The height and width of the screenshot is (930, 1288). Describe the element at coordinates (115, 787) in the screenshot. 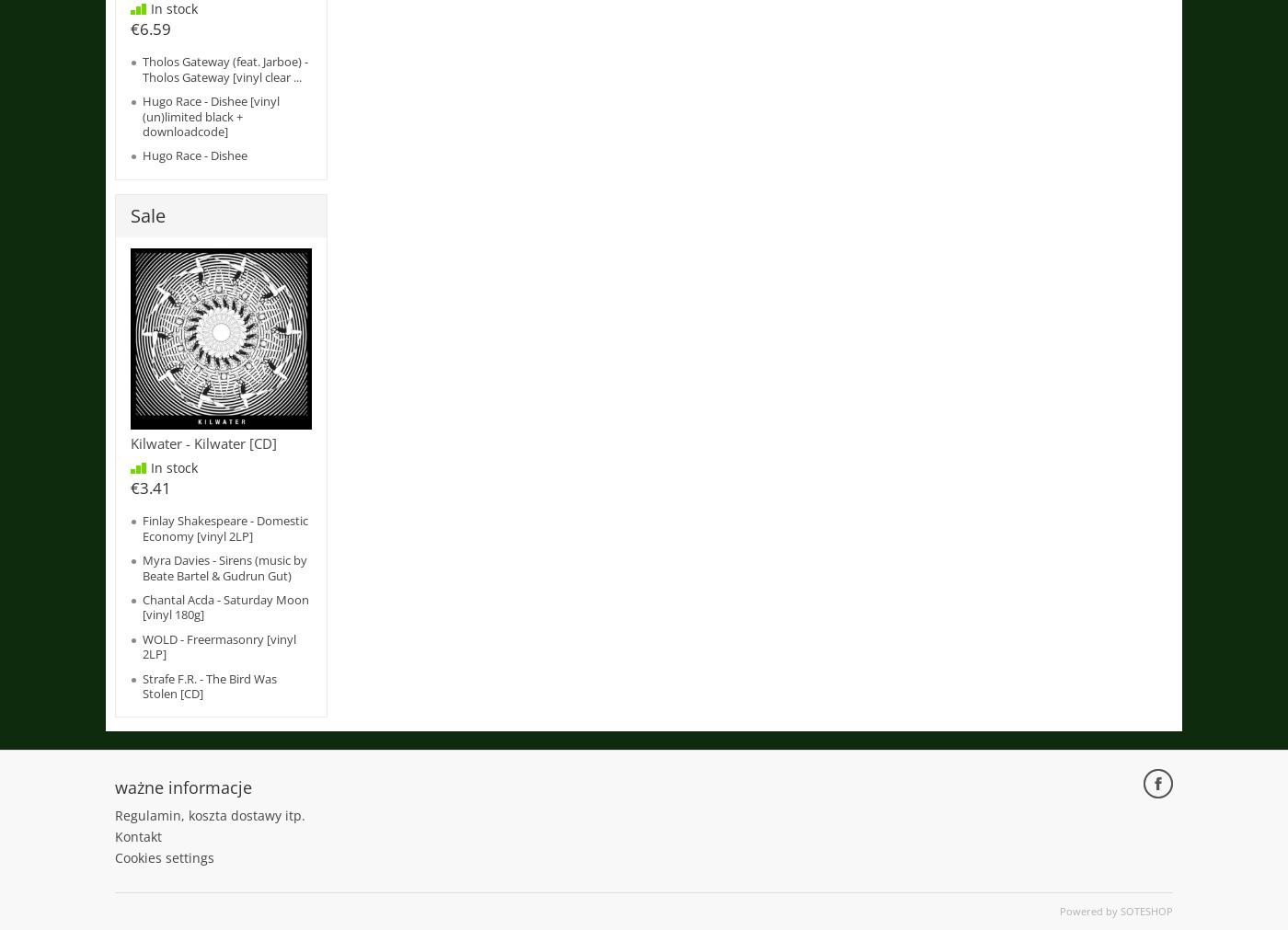

I see `'ważne informacje'` at that location.